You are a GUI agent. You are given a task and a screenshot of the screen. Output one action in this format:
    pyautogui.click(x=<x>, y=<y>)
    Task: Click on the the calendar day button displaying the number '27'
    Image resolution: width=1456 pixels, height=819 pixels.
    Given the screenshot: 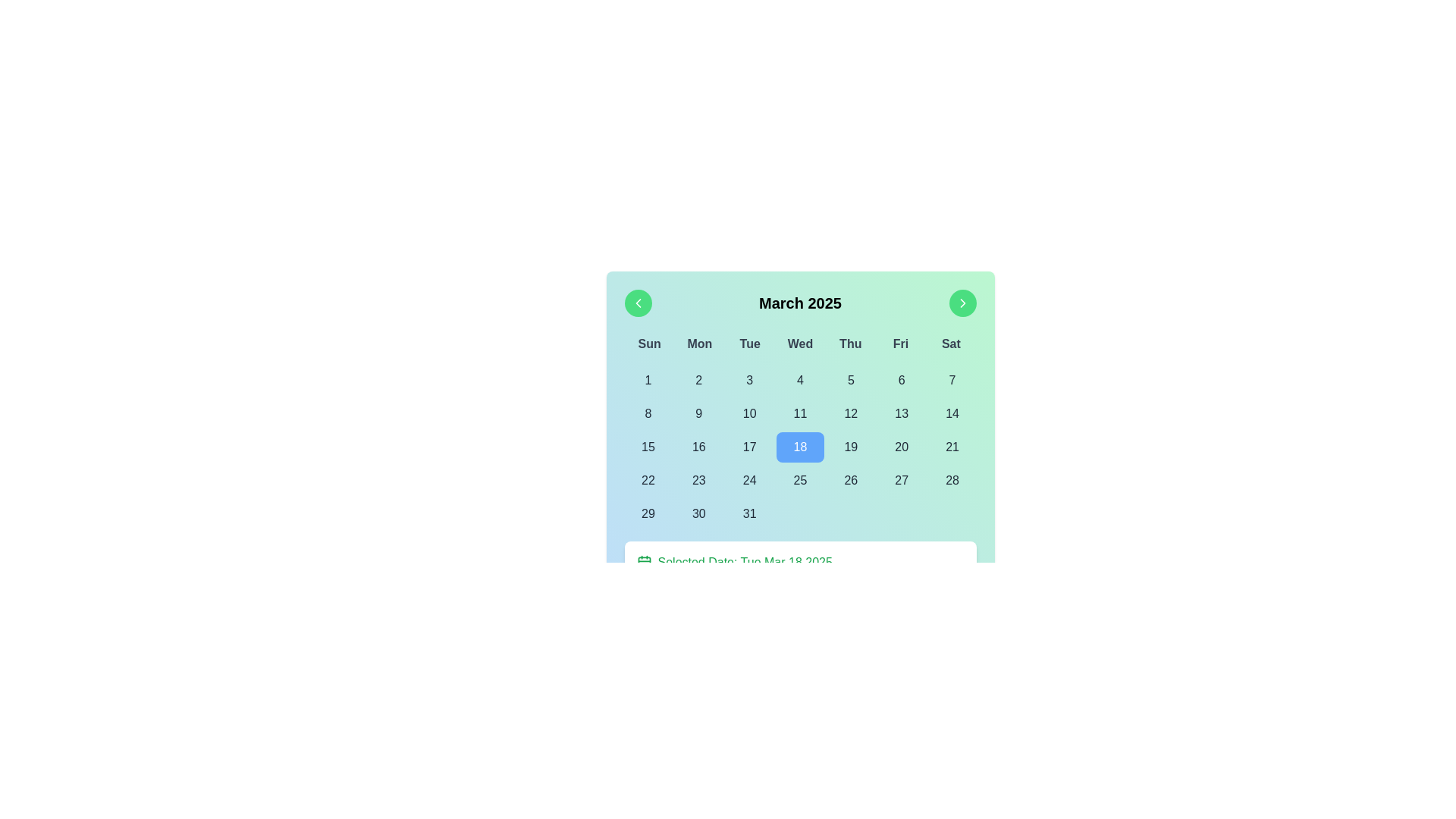 What is the action you would take?
    pyautogui.click(x=902, y=480)
    